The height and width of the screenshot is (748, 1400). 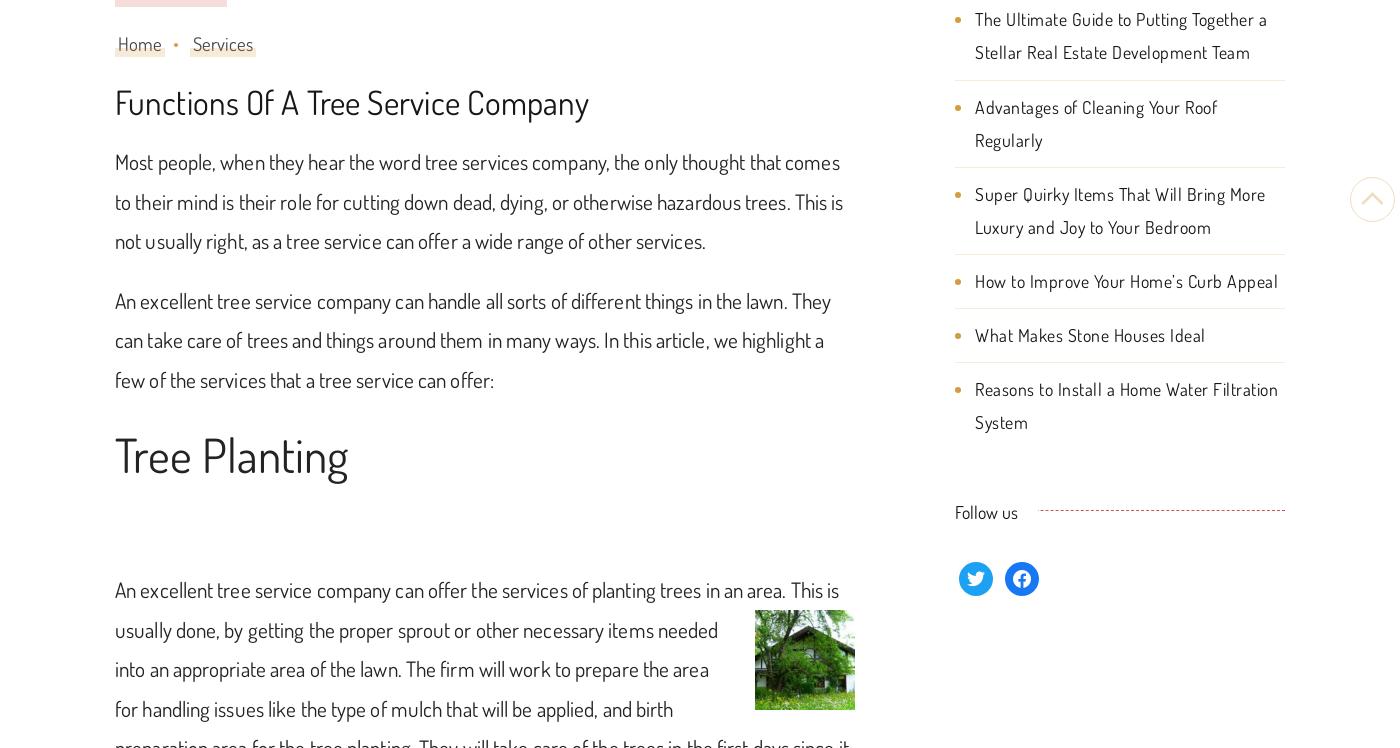 I want to click on 'How to Improve Your Home’s Curb Appeal', so click(x=1126, y=278).